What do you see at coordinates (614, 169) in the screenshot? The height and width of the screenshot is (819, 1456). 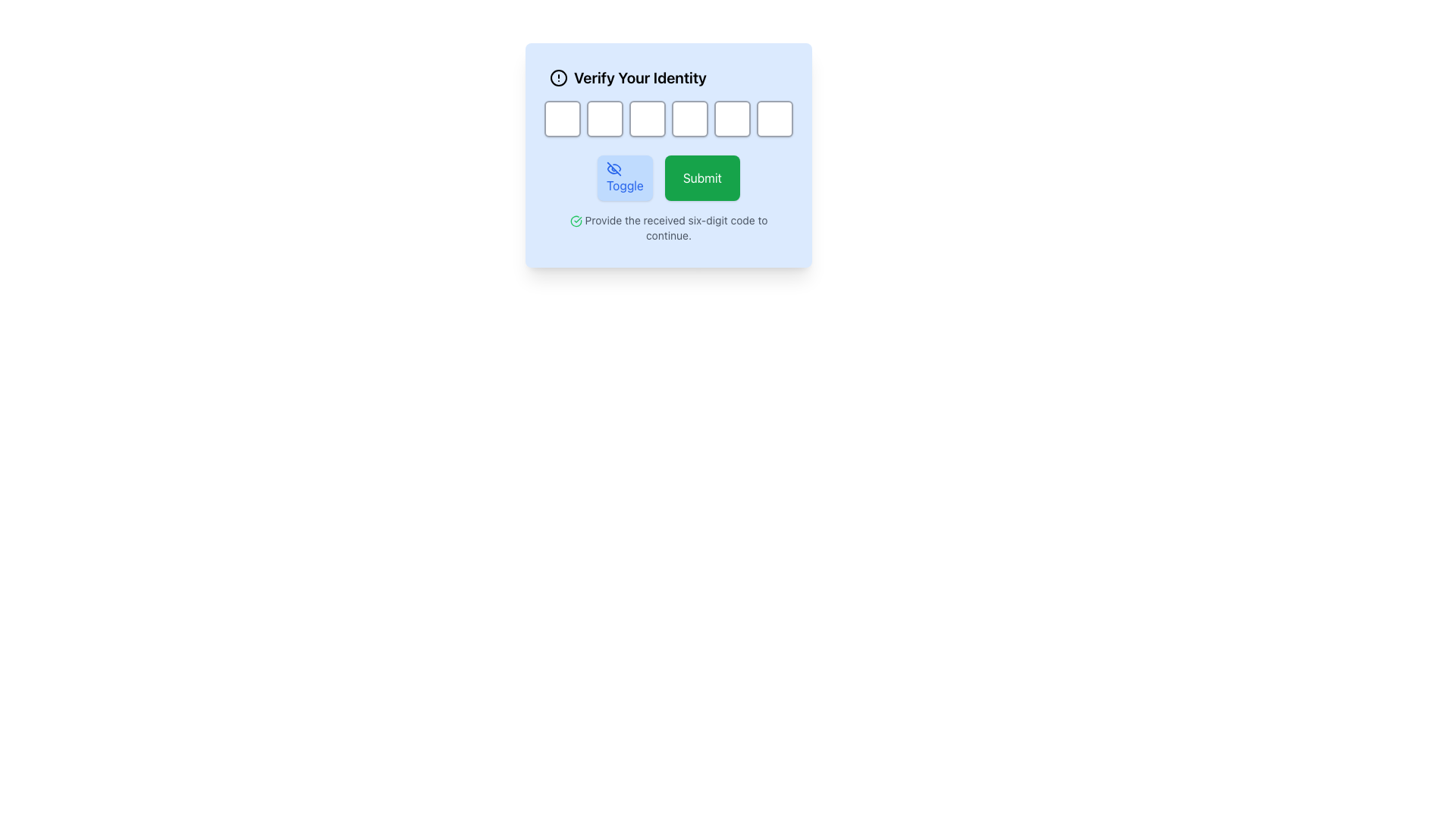 I see `the visibility toggle icon, which is styled as an eye with a diagonal line crossing through it, located to the left of the green 'Submit' button in the user interface panel` at bounding box center [614, 169].